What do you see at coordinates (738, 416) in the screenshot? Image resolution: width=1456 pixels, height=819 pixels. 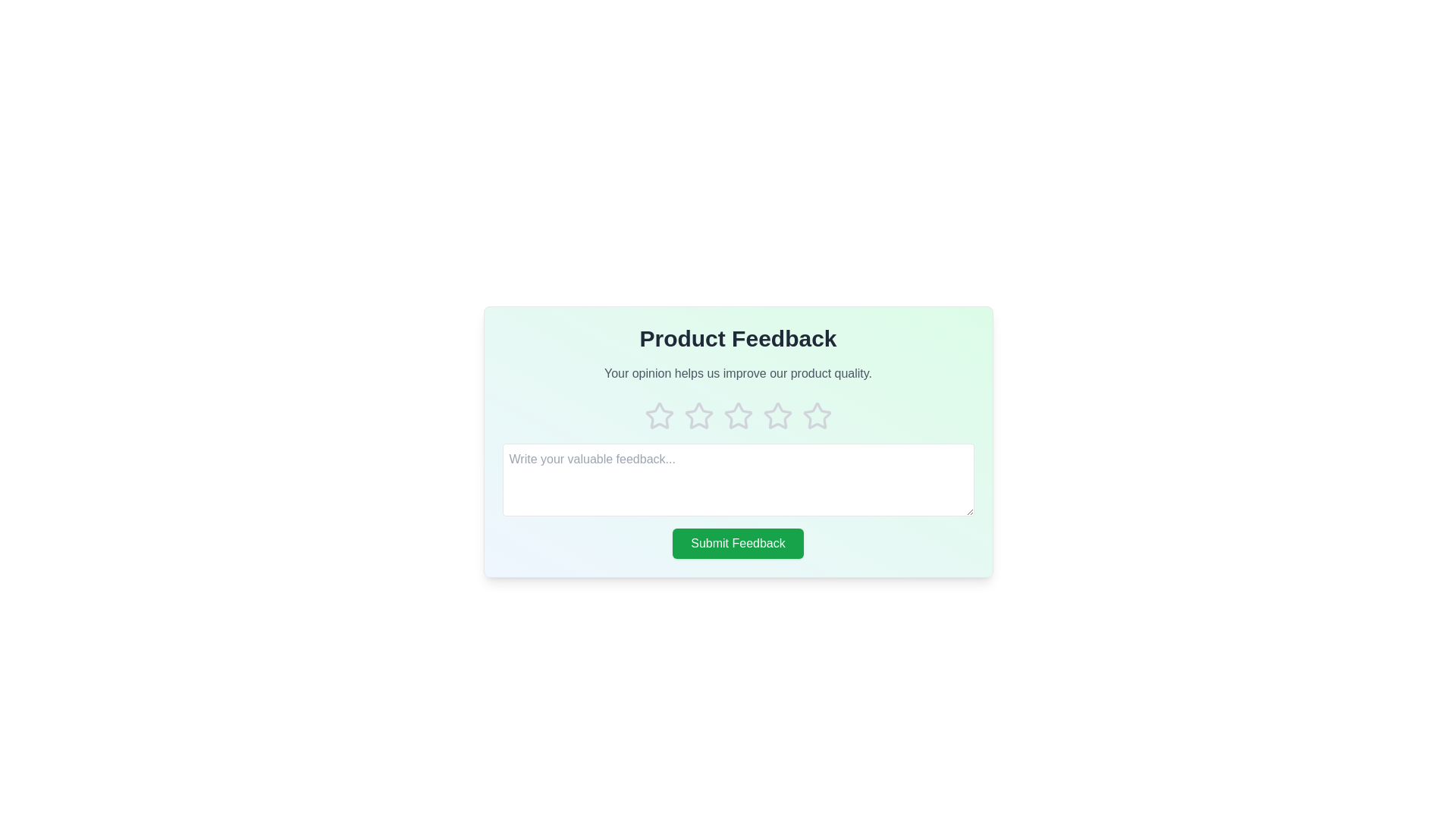 I see `the third star in the five-star rating component` at bounding box center [738, 416].